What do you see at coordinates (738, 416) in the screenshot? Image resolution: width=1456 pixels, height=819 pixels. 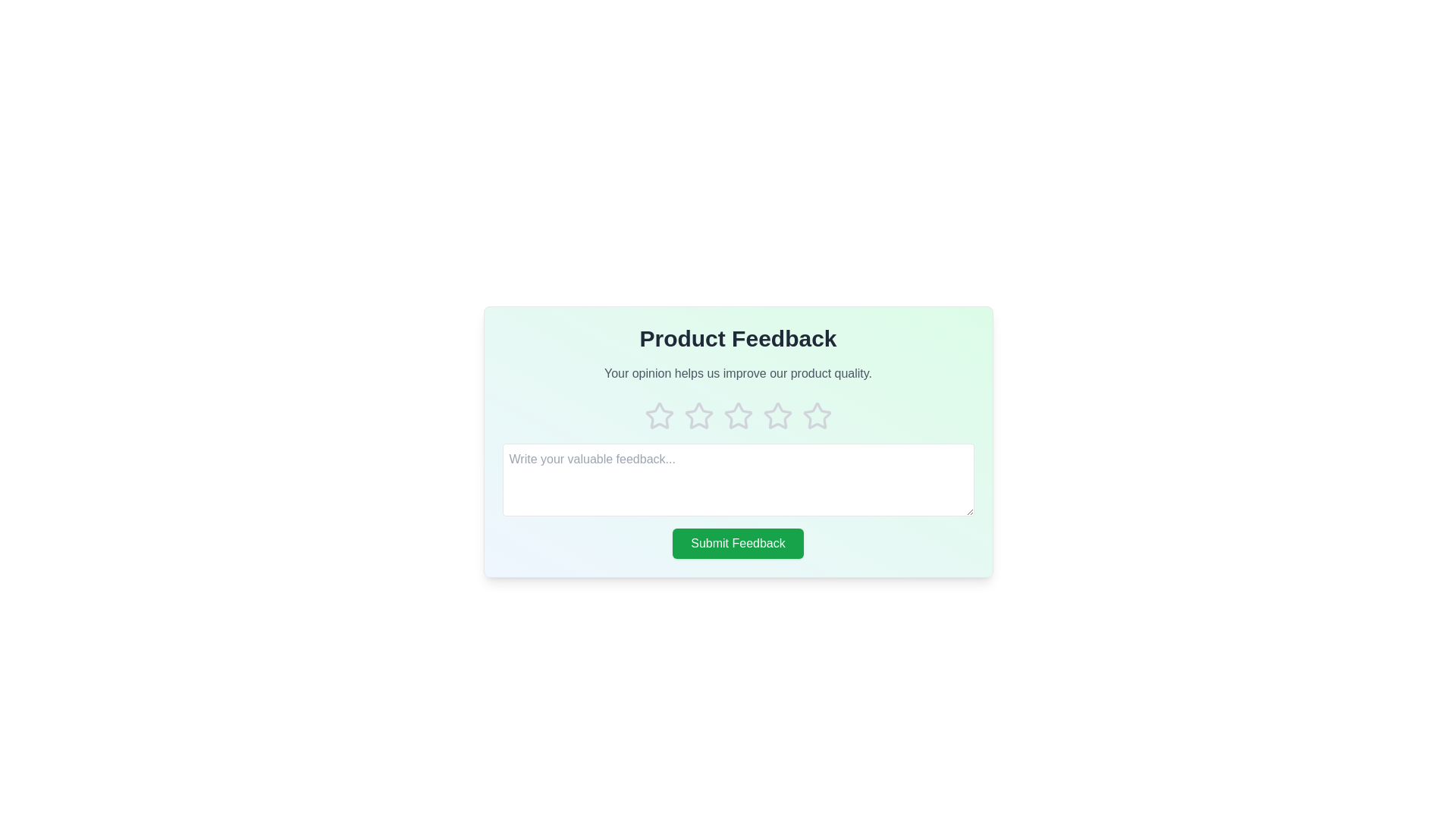 I see `the third star in the five-star rating component` at bounding box center [738, 416].